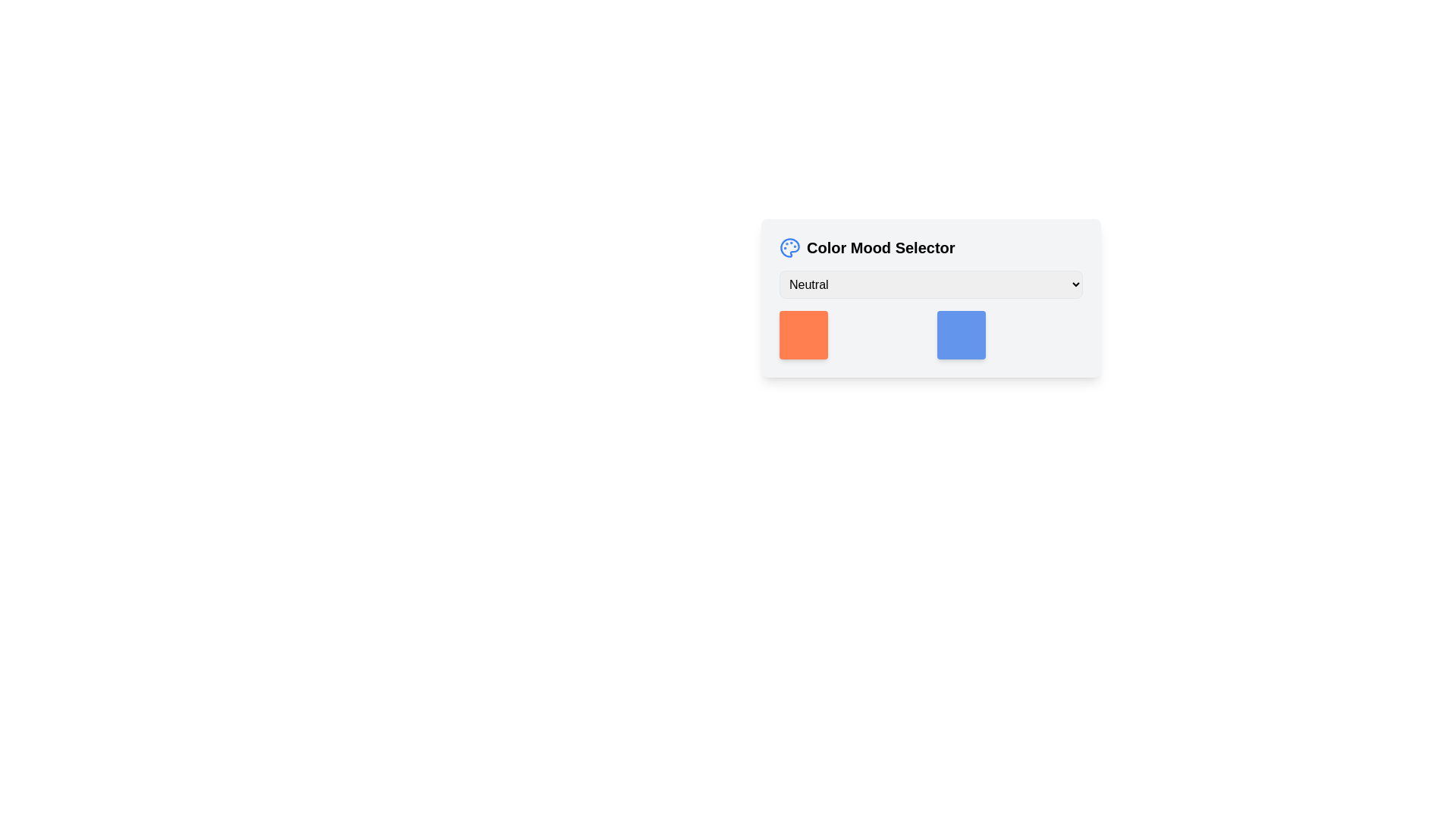 Image resolution: width=1456 pixels, height=819 pixels. I want to click on the color mood palette icon located to the left of the 'Color Mood Selector' text by moving the cursor to its center point, so click(789, 247).